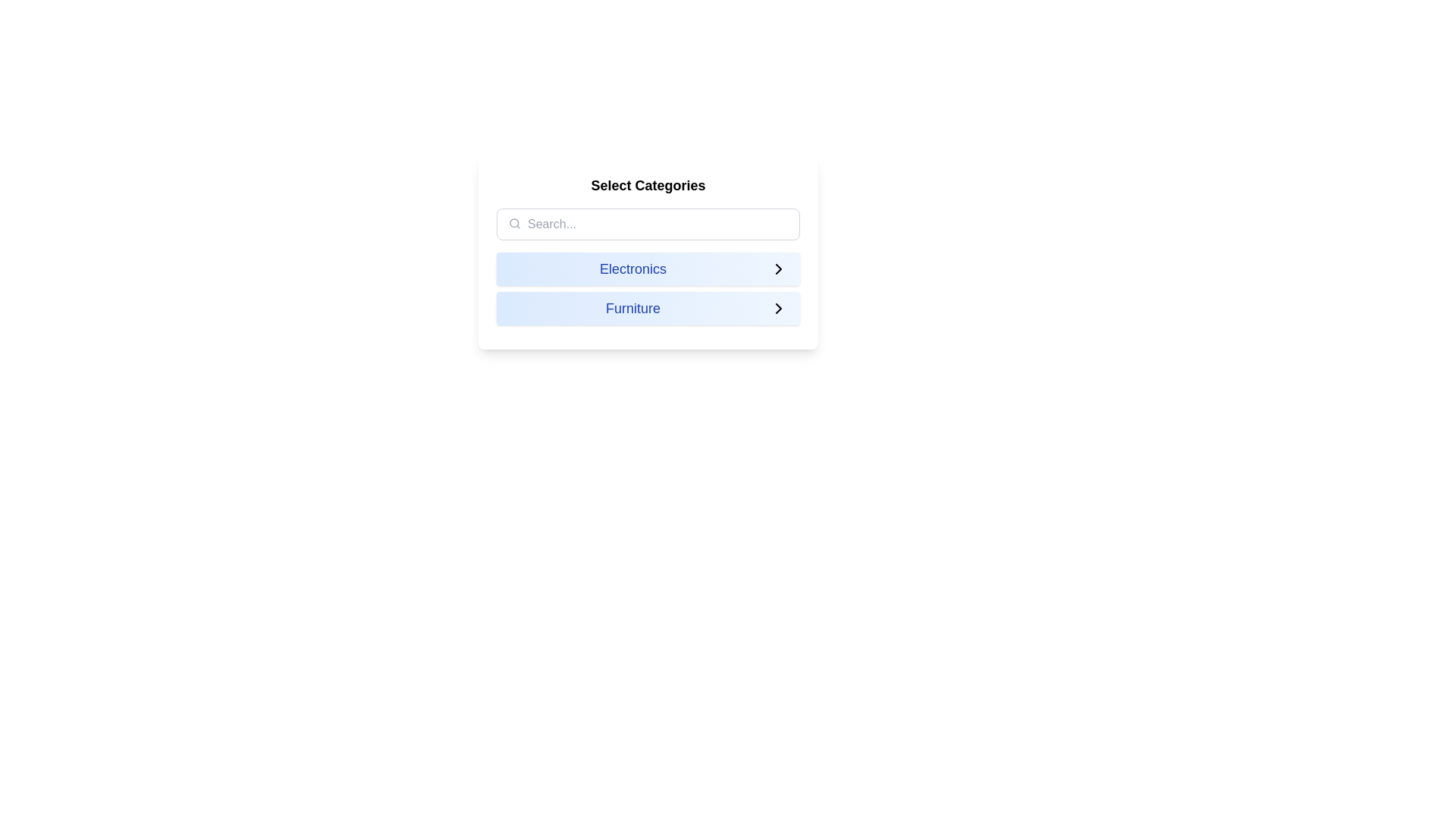 This screenshot has width=1456, height=819. I want to click on the search icon located at the left side of the input field in the search bar component, which indicates the search functionality for the adjacent text input field, so click(514, 223).